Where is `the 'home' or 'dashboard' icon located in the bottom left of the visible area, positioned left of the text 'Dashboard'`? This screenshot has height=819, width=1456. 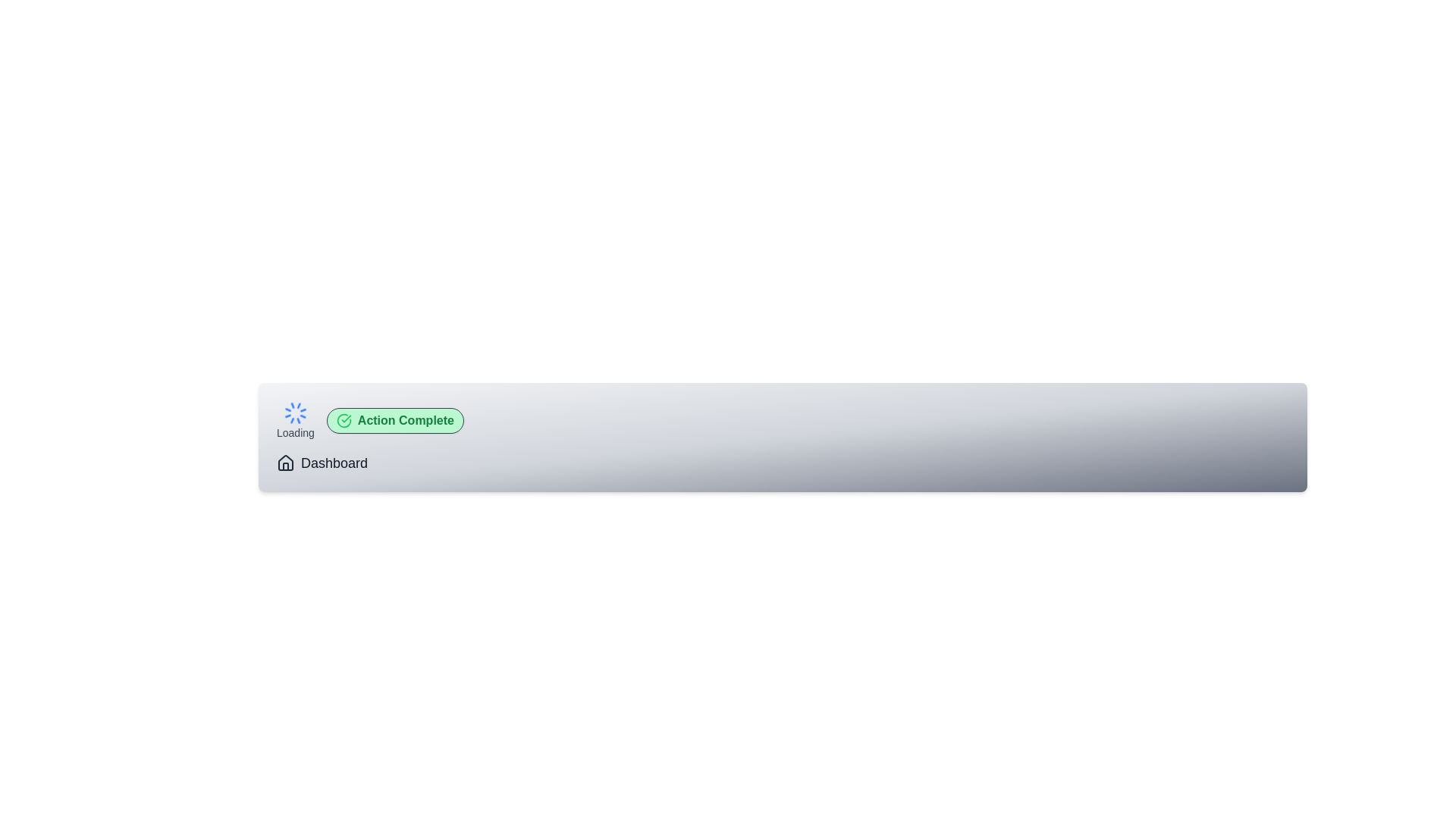
the 'home' or 'dashboard' icon located in the bottom left of the visible area, positioned left of the text 'Dashboard' is located at coordinates (286, 462).